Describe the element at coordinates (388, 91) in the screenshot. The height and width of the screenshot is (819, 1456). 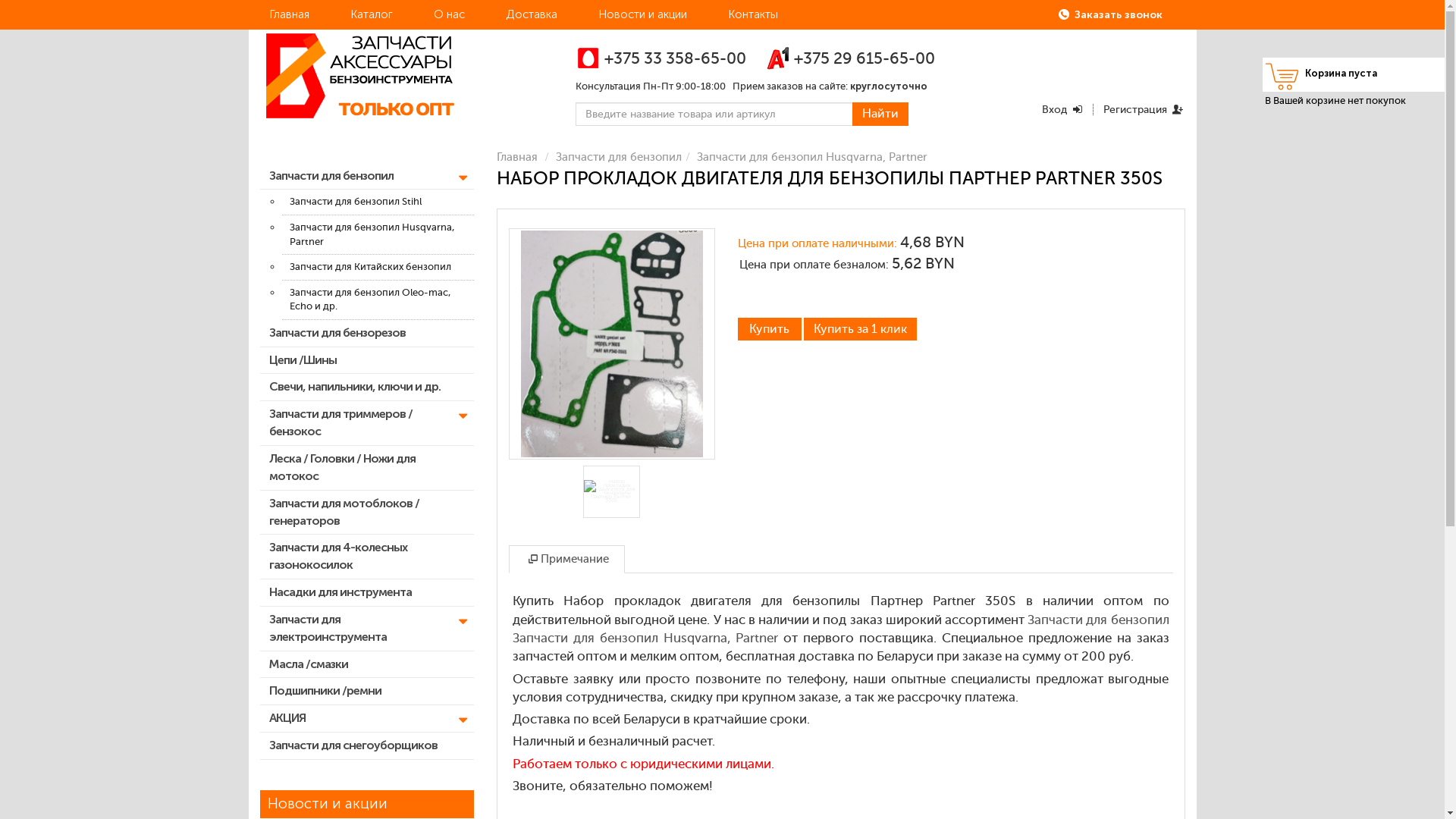
I see `'http://benzopart.by'` at that location.